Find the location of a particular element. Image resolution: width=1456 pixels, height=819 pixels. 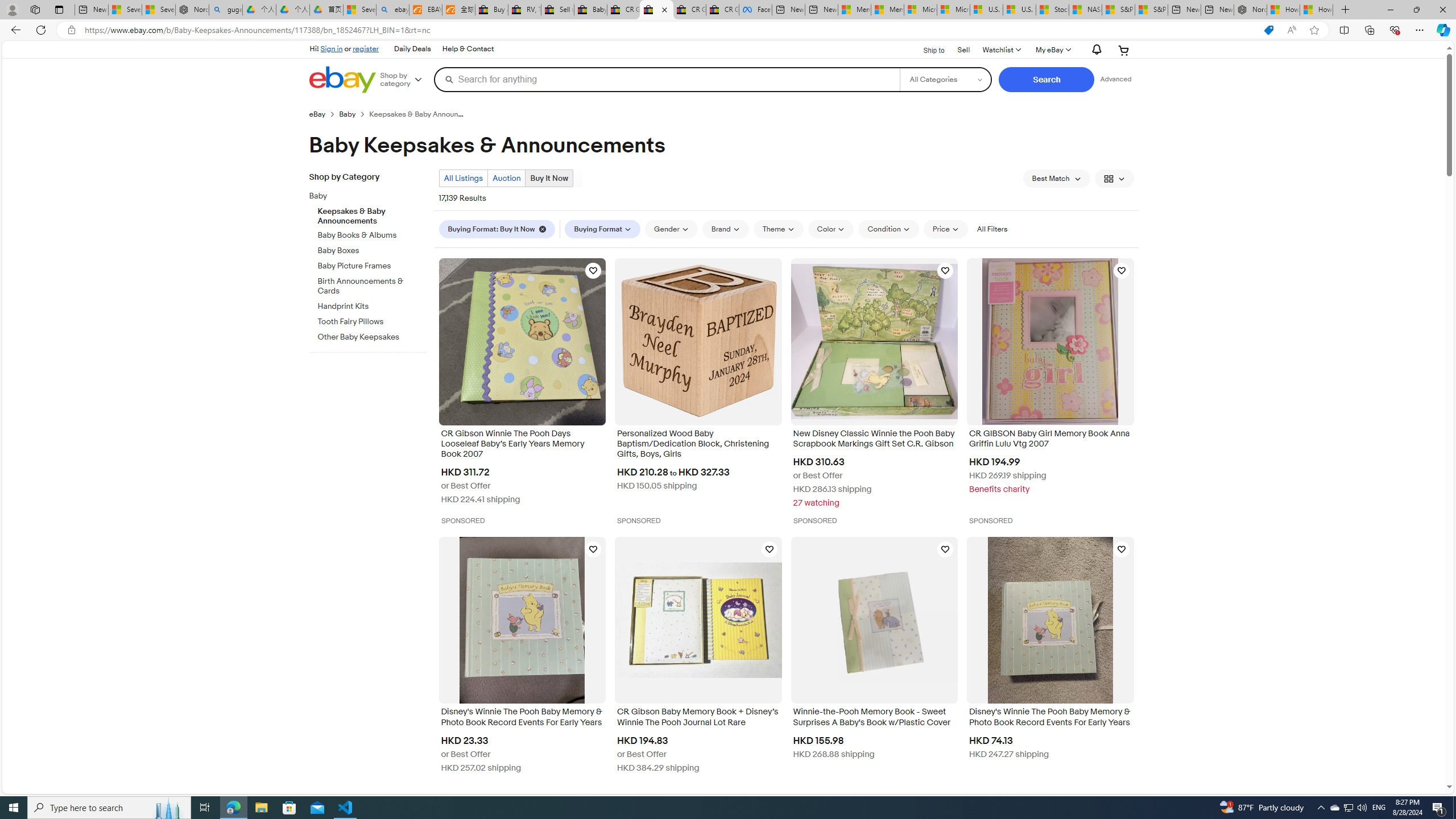

'Watchlist' is located at coordinates (1001, 49).